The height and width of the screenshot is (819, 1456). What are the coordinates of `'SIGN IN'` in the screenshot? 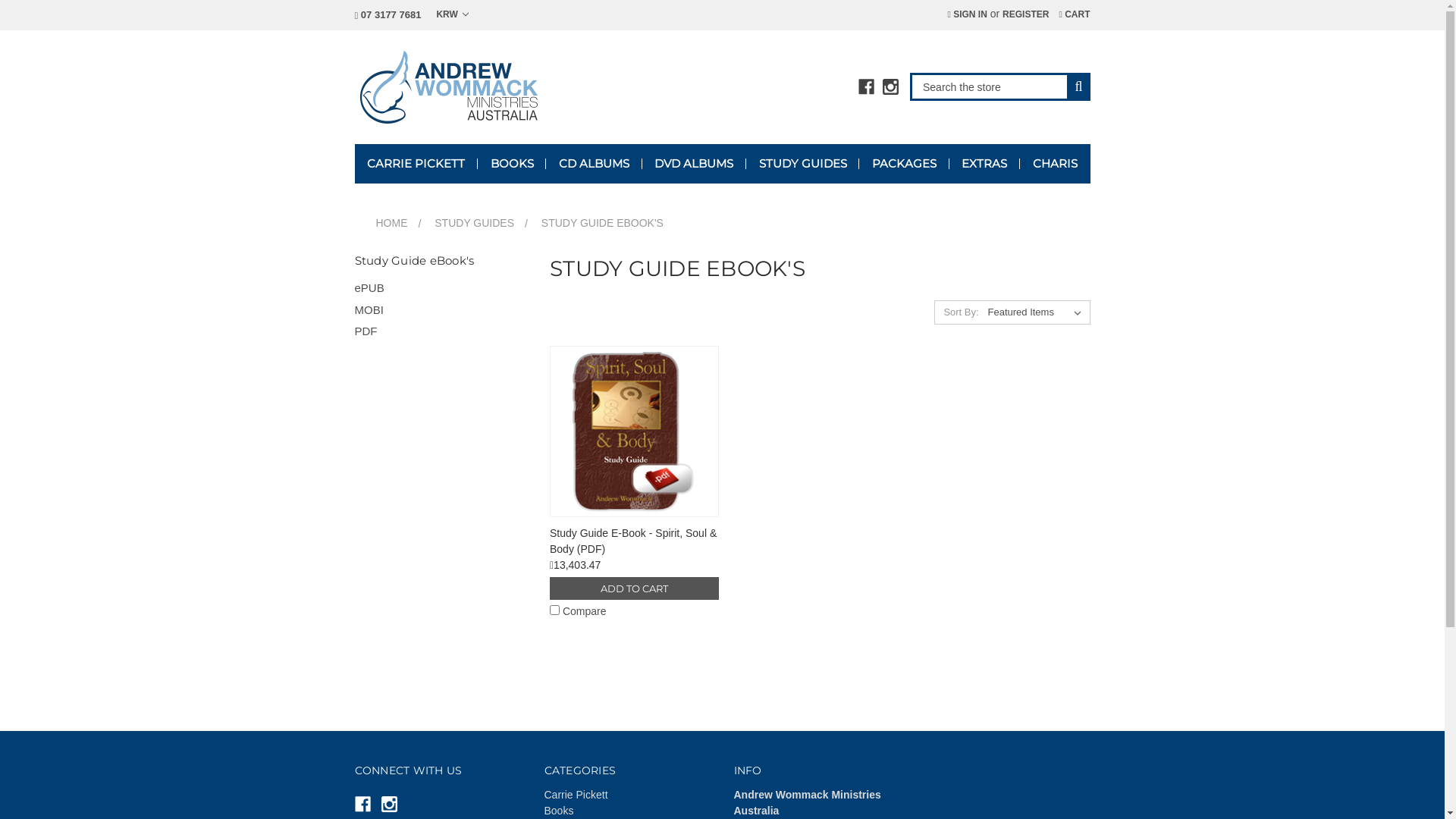 It's located at (966, 14).